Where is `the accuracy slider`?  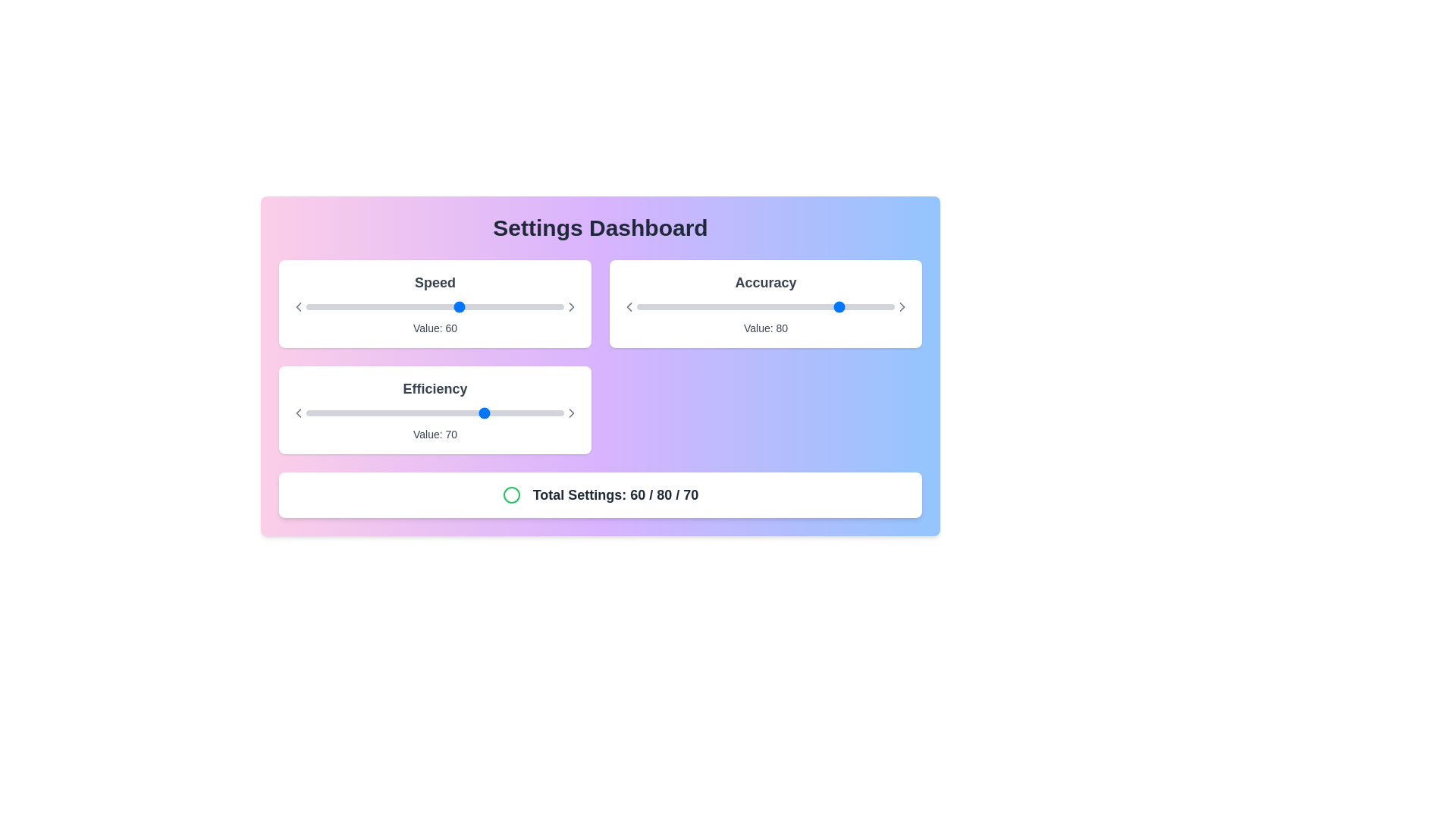
the accuracy slider is located at coordinates (779, 307).